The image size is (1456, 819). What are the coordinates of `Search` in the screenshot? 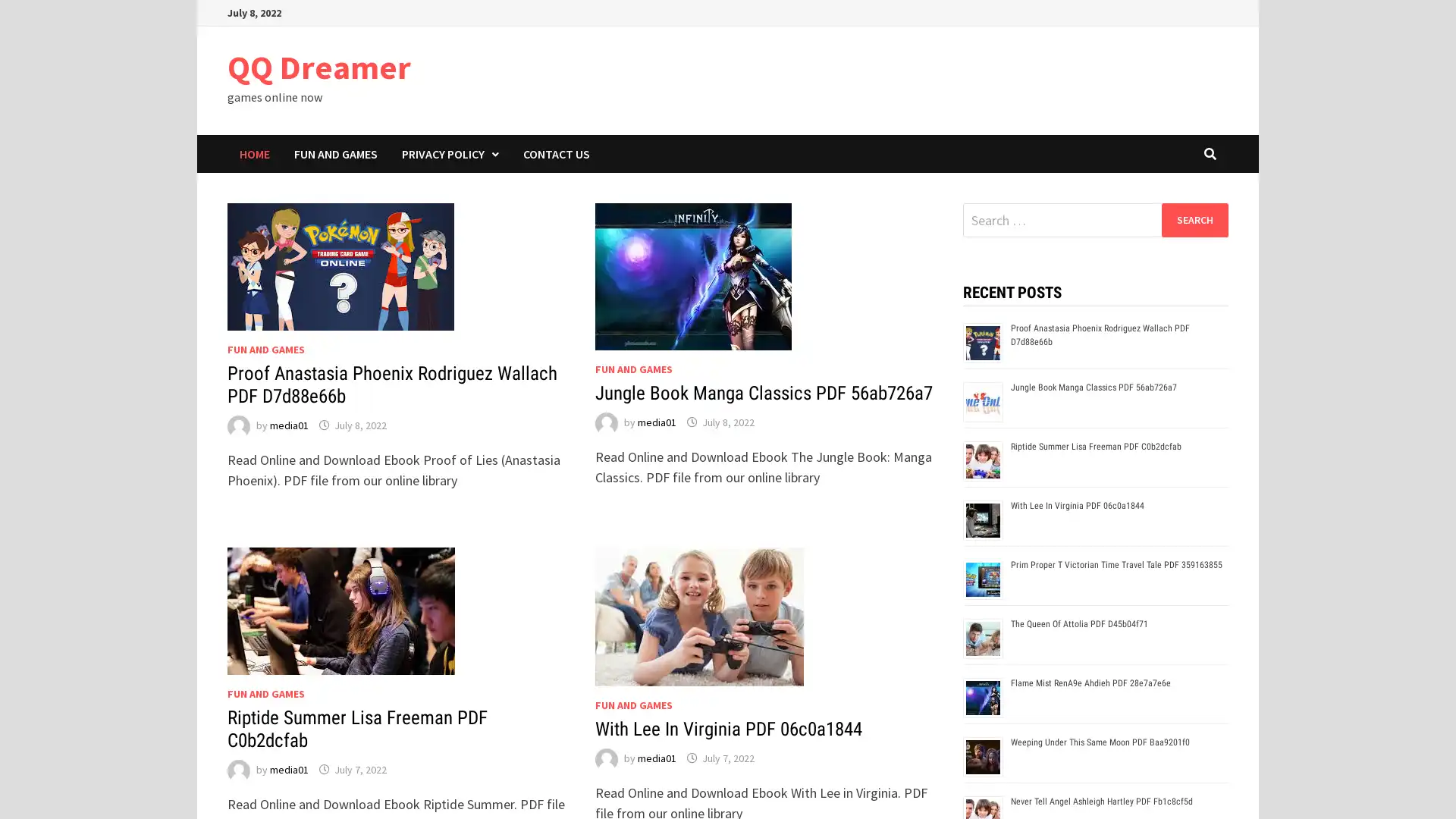 It's located at (1194, 219).